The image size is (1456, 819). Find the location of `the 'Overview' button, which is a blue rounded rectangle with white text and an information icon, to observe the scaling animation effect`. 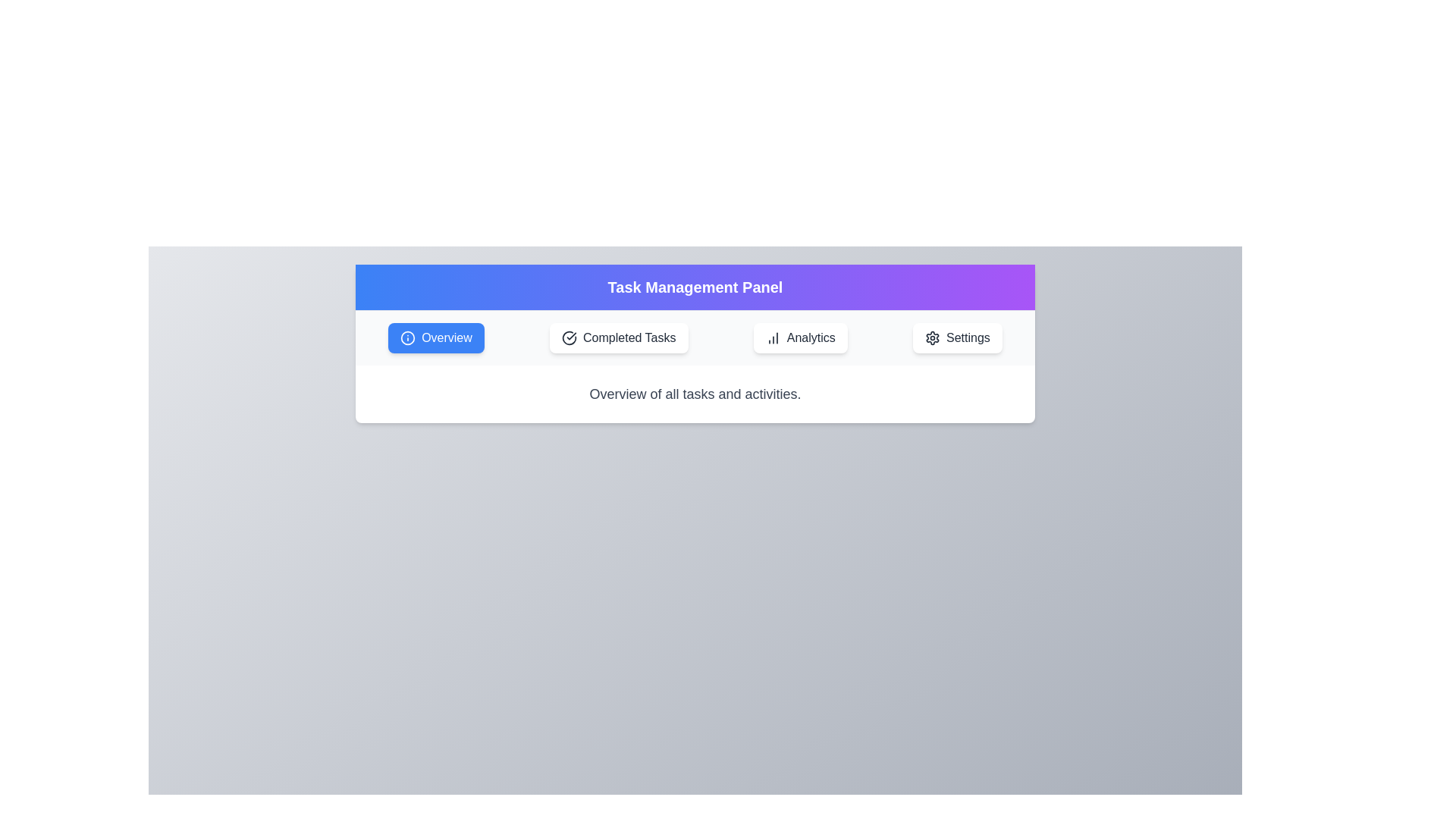

the 'Overview' button, which is a blue rounded rectangle with white text and an information icon, to observe the scaling animation effect is located at coordinates (435, 337).